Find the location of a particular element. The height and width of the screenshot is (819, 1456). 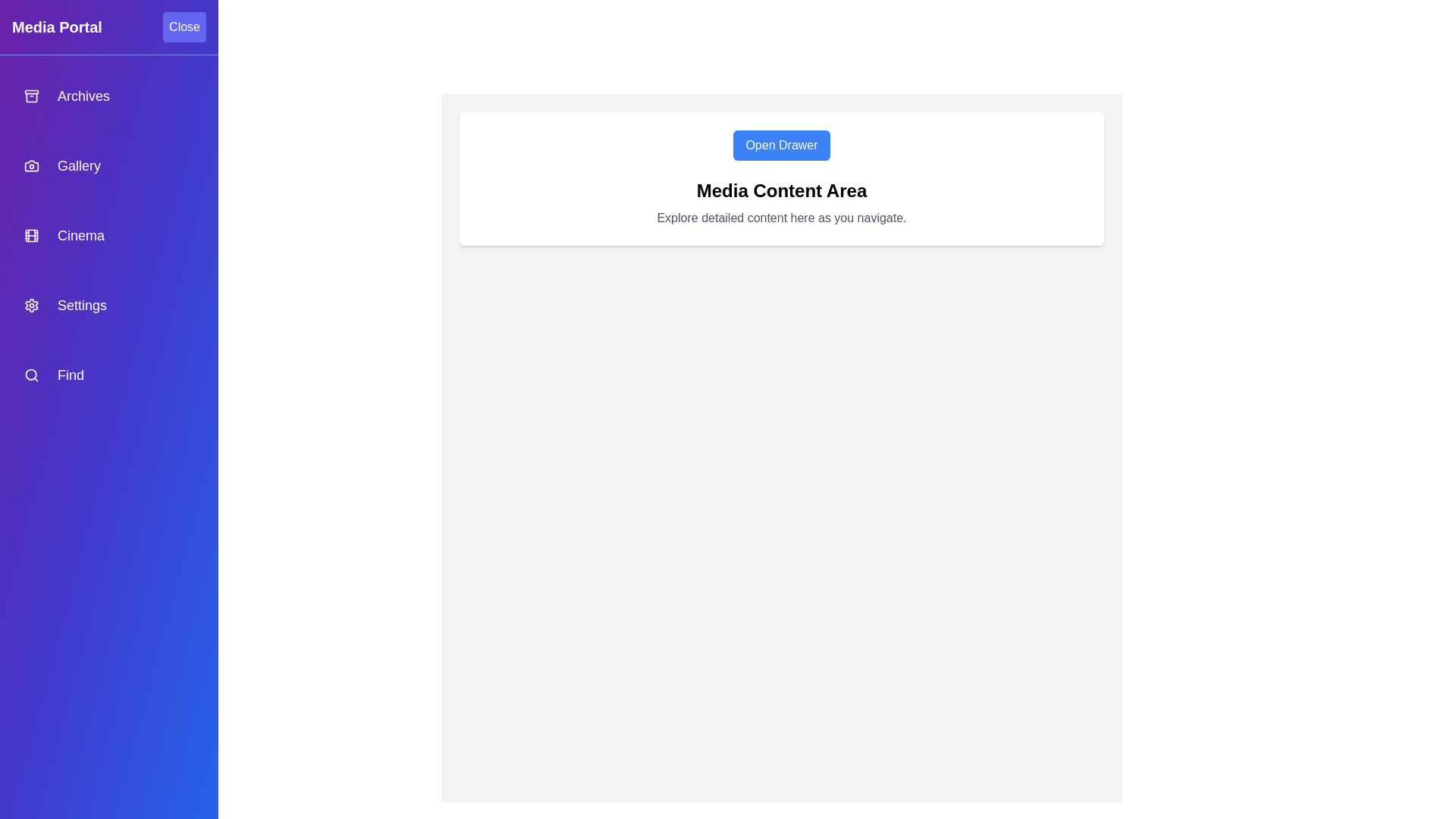

the navigation item Find is located at coordinates (108, 375).